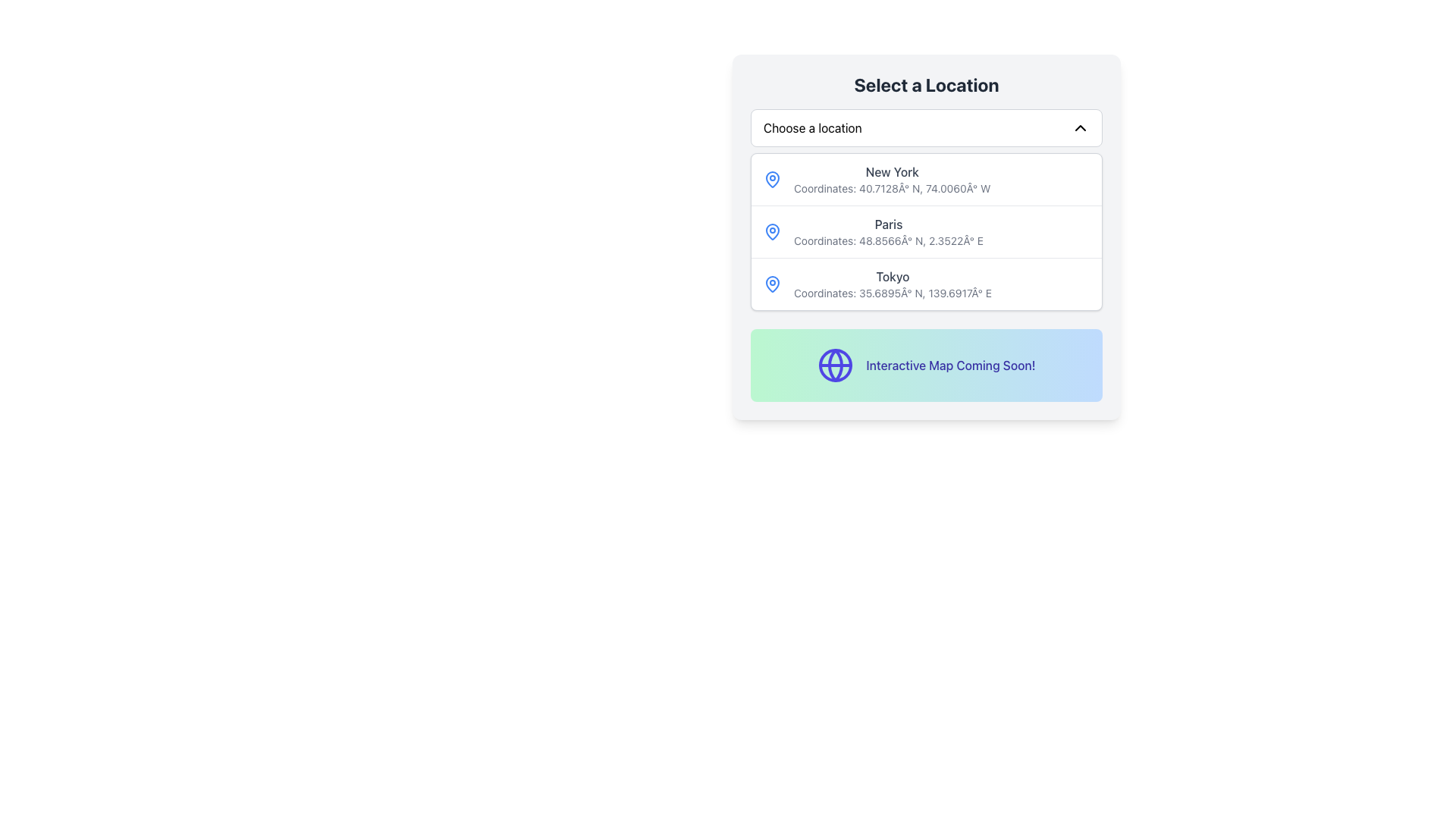  What do you see at coordinates (926, 231) in the screenshot?
I see `the second option in the 'Select a Location' dropdown, which displays 'Paris' and a blue location marker icon` at bounding box center [926, 231].